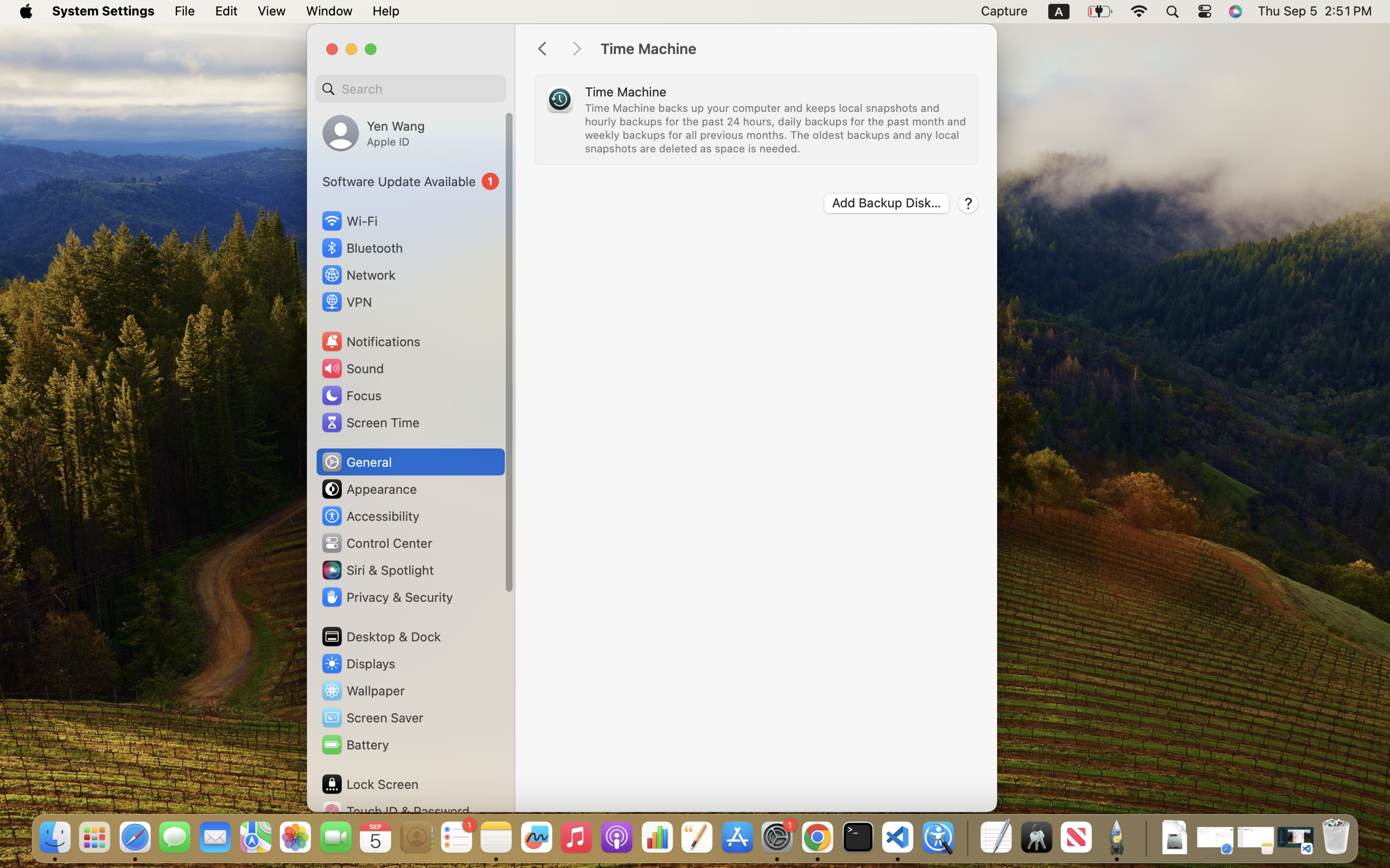 Image resolution: width=1390 pixels, height=868 pixels. Describe the element at coordinates (352, 367) in the screenshot. I see `'Sound'` at that location.